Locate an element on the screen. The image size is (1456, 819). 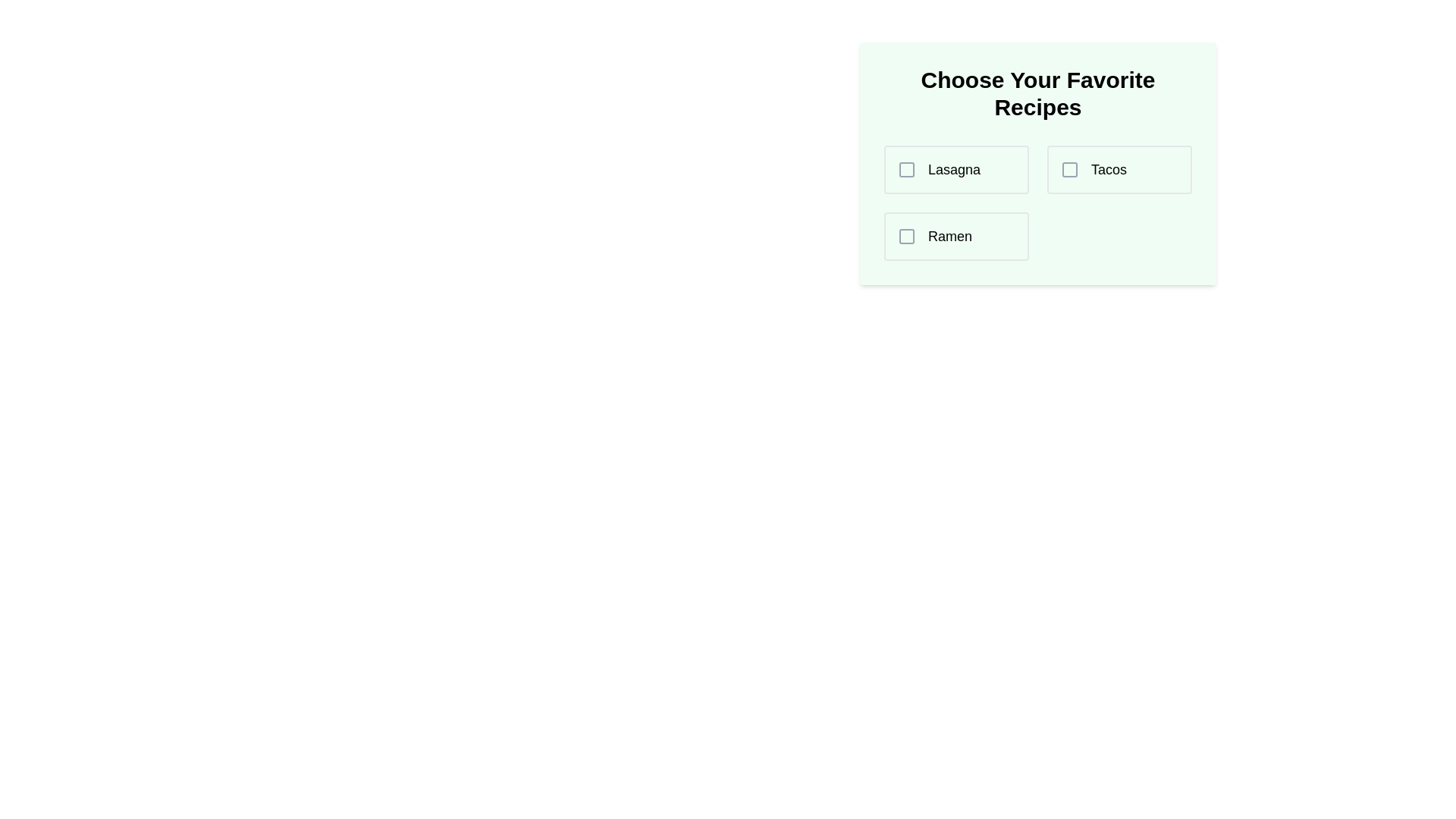
the checkbox next to the 'Ramen' item in the selectable checkbox list is located at coordinates (955, 237).